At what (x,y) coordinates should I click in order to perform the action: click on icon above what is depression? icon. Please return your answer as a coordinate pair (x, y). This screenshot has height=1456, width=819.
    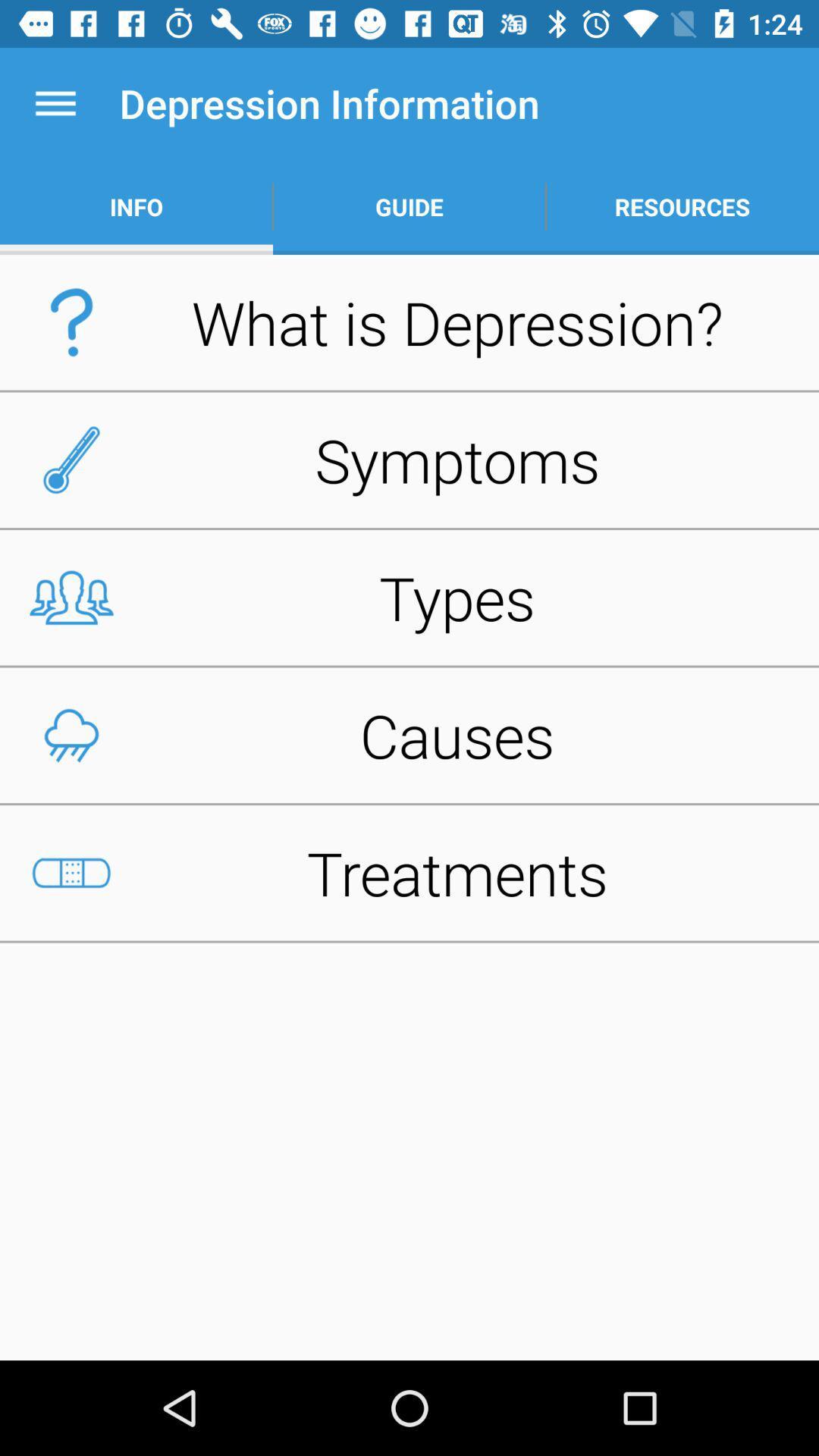
    Looking at the image, I should click on (136, 206).